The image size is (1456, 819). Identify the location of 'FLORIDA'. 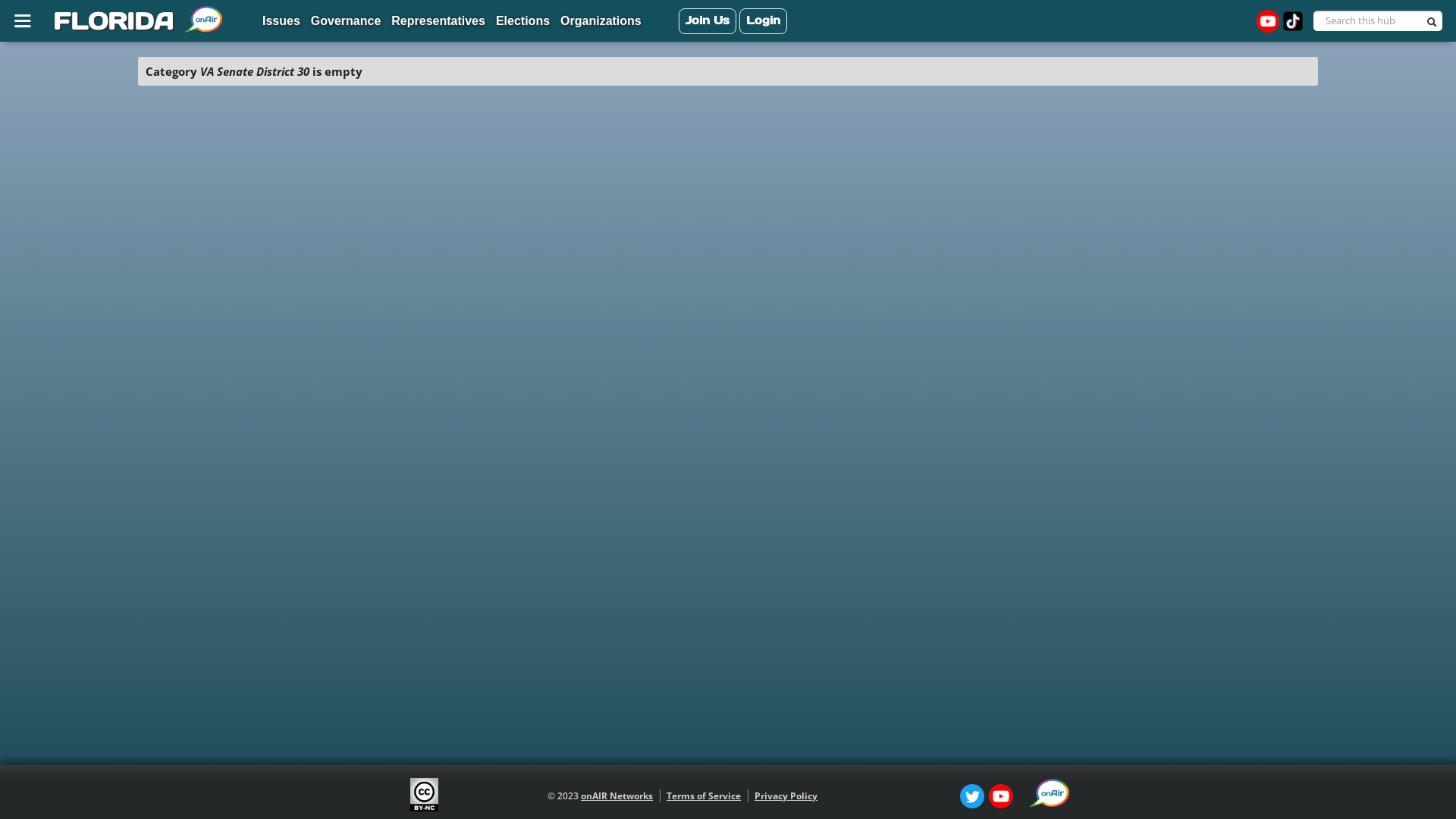
(109, 20).